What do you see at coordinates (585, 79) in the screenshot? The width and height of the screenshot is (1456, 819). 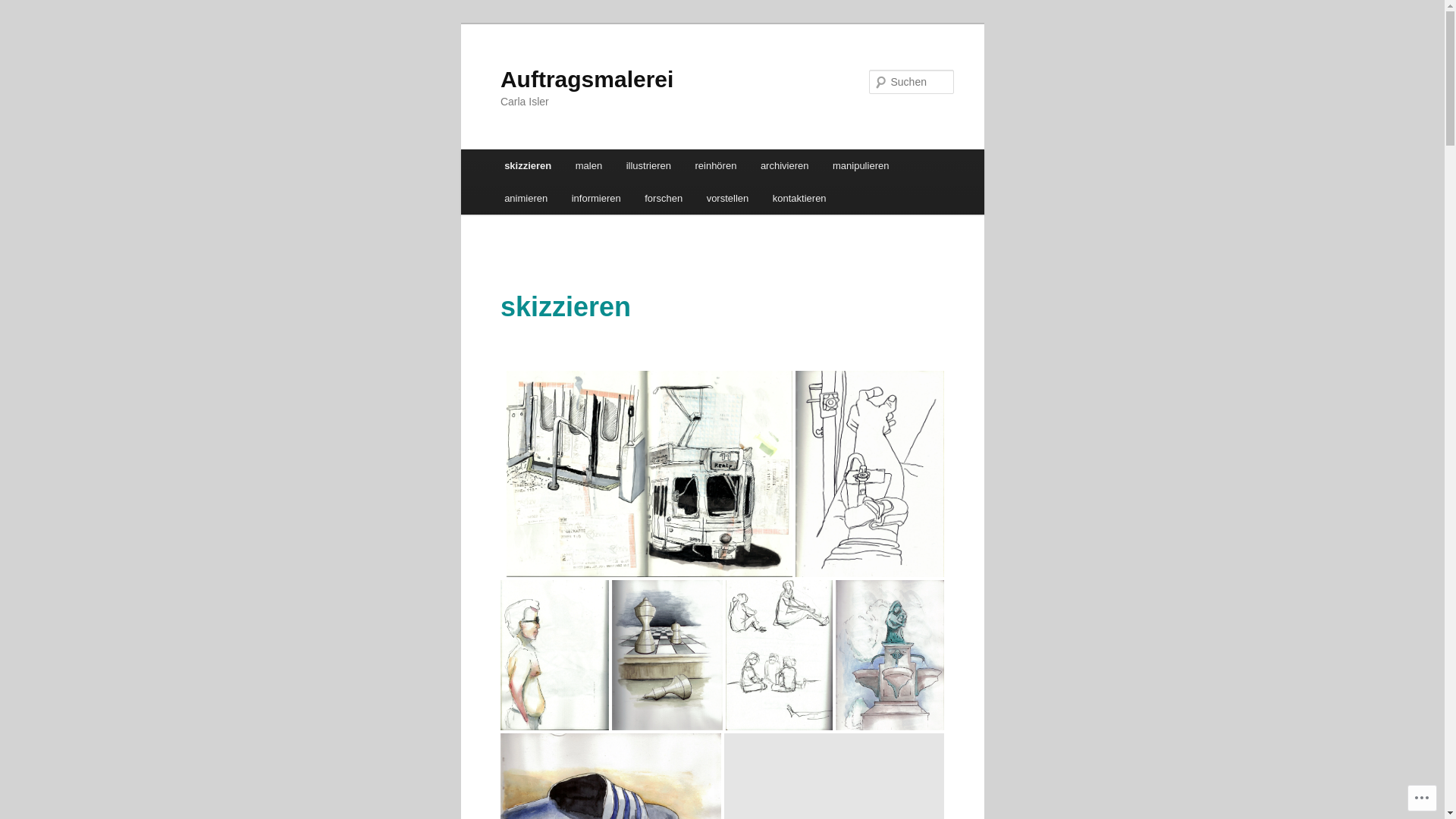 I see `'Auftragsmalerei'` at bounding box center [585, 79].